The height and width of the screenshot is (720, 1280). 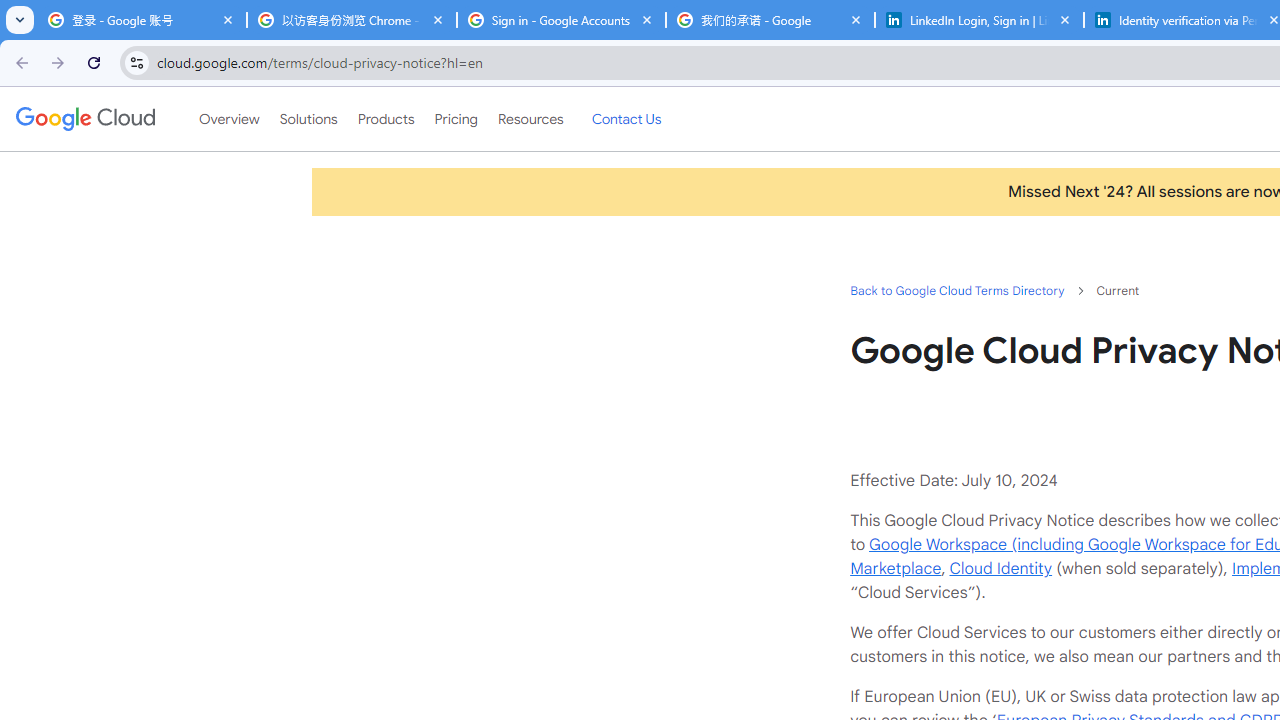 I want to click on 'Pricing', so click(x=454, y=119).